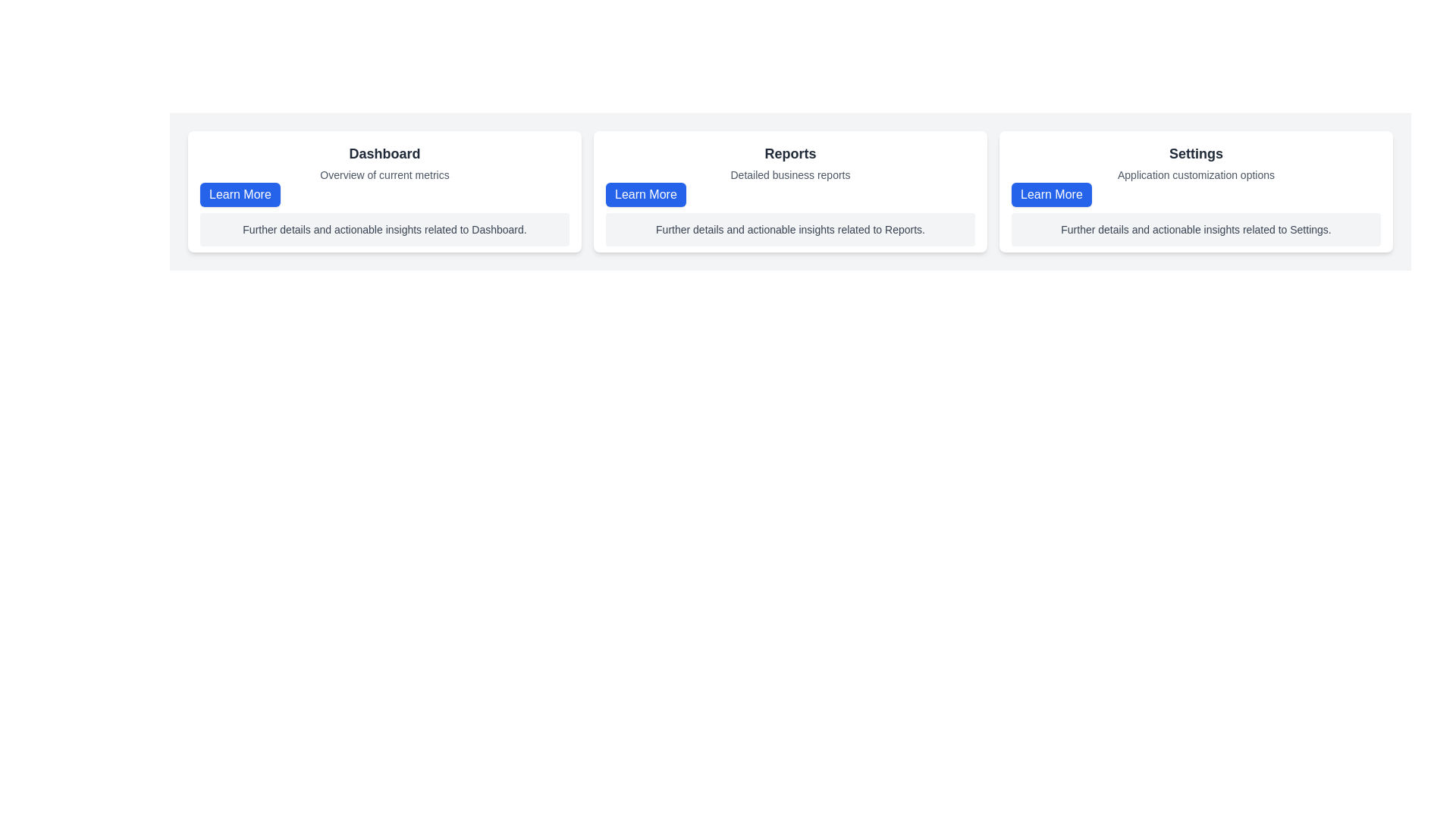 The image size is (1456, 819). Describe the element at coordinates (1050, 194) in the screenshot. I see `the button located at the bottom-left section of the 'Settings' card, which is the third card in a horizontal sequence of three cards` at that location.